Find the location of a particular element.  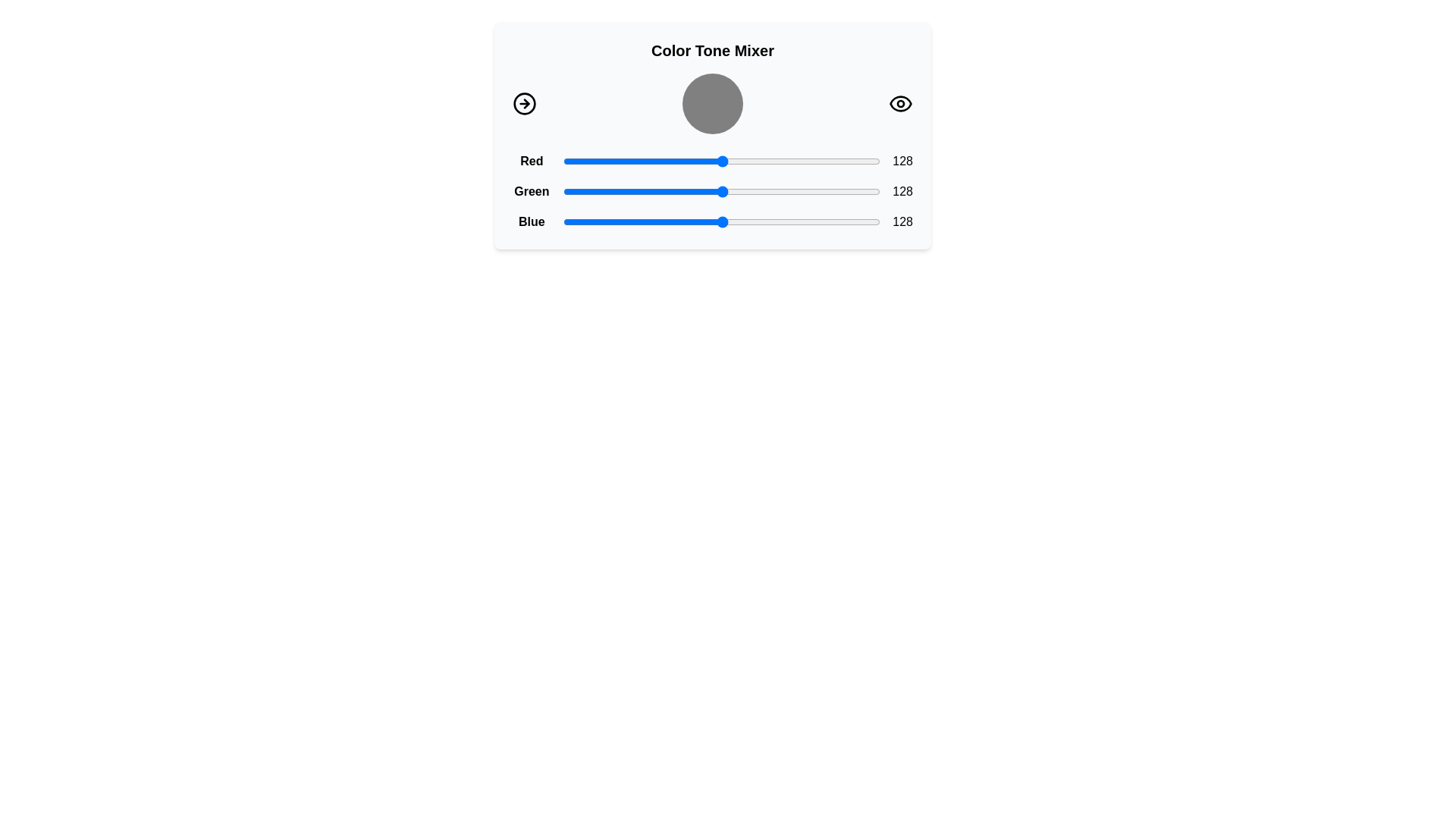

the green color intensity is located at coordinates (877, 191).